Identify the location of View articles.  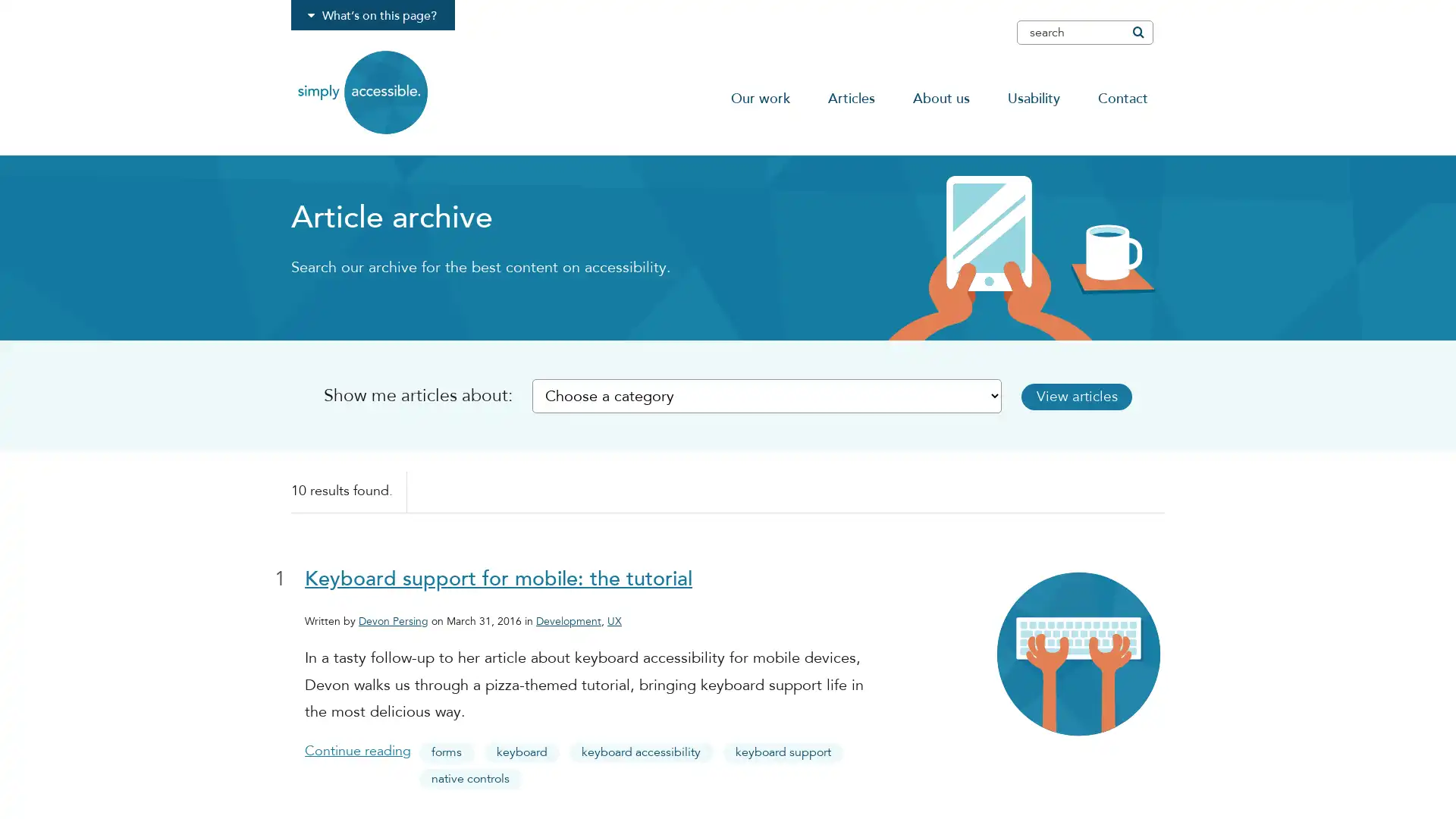
(1076, 395).